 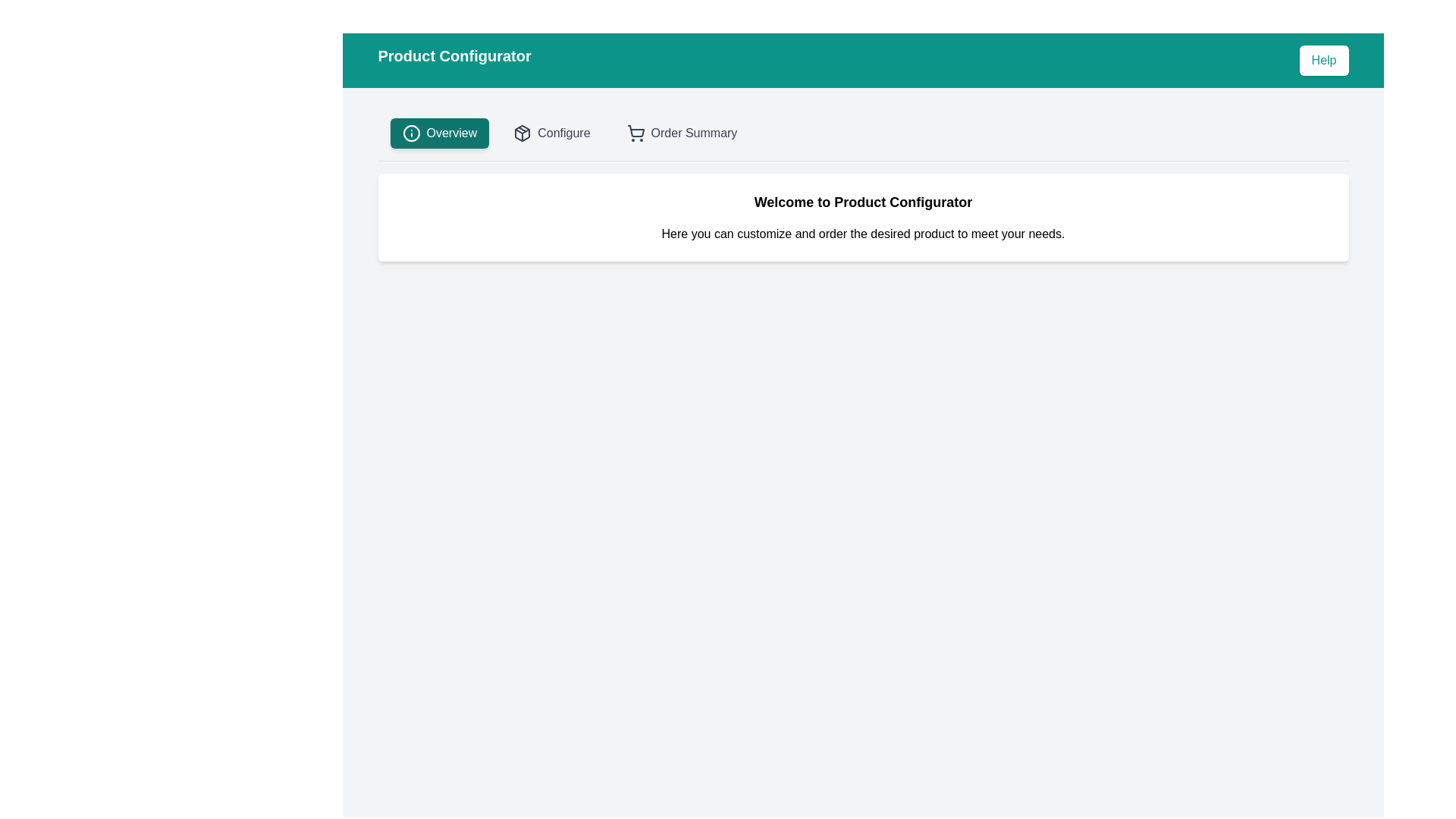 I want to click on the help button located at the top-right corner of the page header, next to the 'Product Configurator' title, so click(x=1323, y=60).